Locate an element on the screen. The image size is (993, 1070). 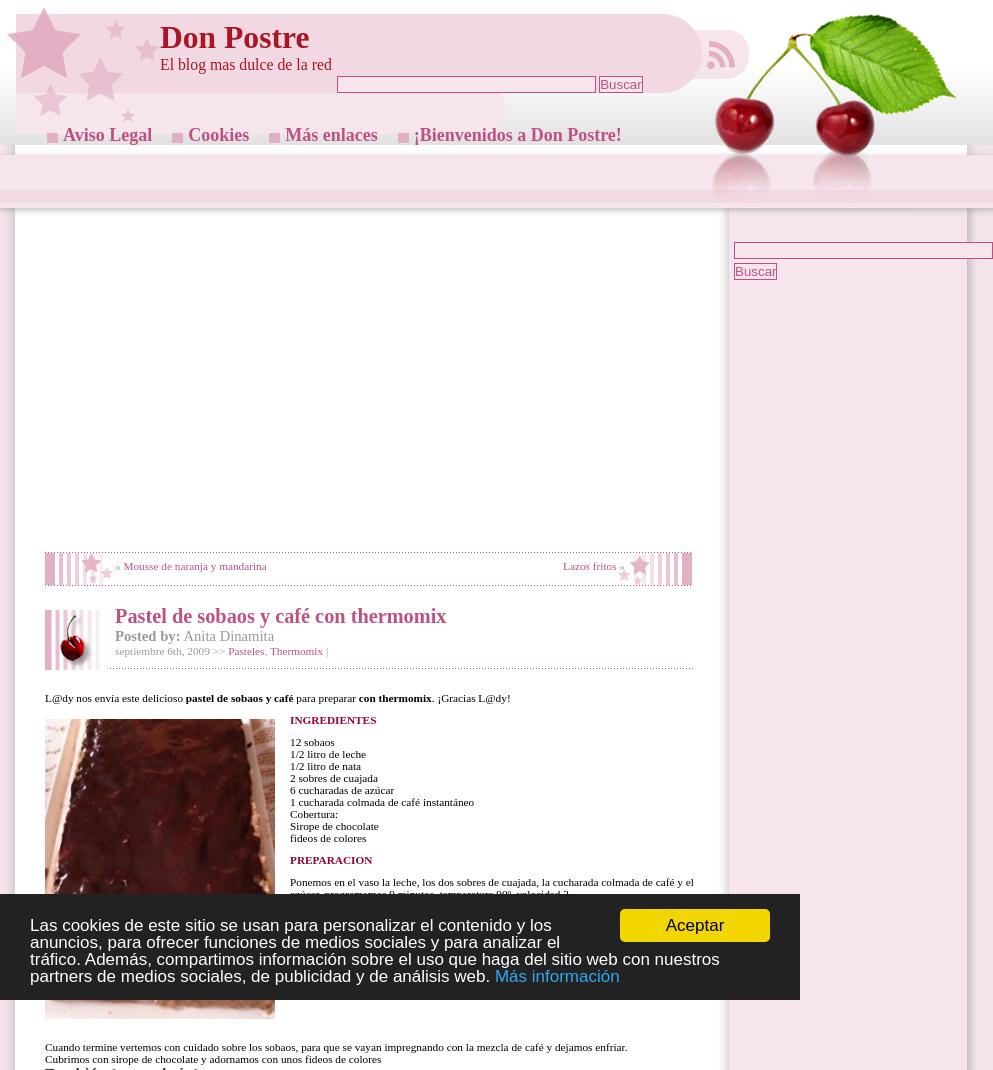
'Anita Dinamita' is located at coordinates (226, 636).